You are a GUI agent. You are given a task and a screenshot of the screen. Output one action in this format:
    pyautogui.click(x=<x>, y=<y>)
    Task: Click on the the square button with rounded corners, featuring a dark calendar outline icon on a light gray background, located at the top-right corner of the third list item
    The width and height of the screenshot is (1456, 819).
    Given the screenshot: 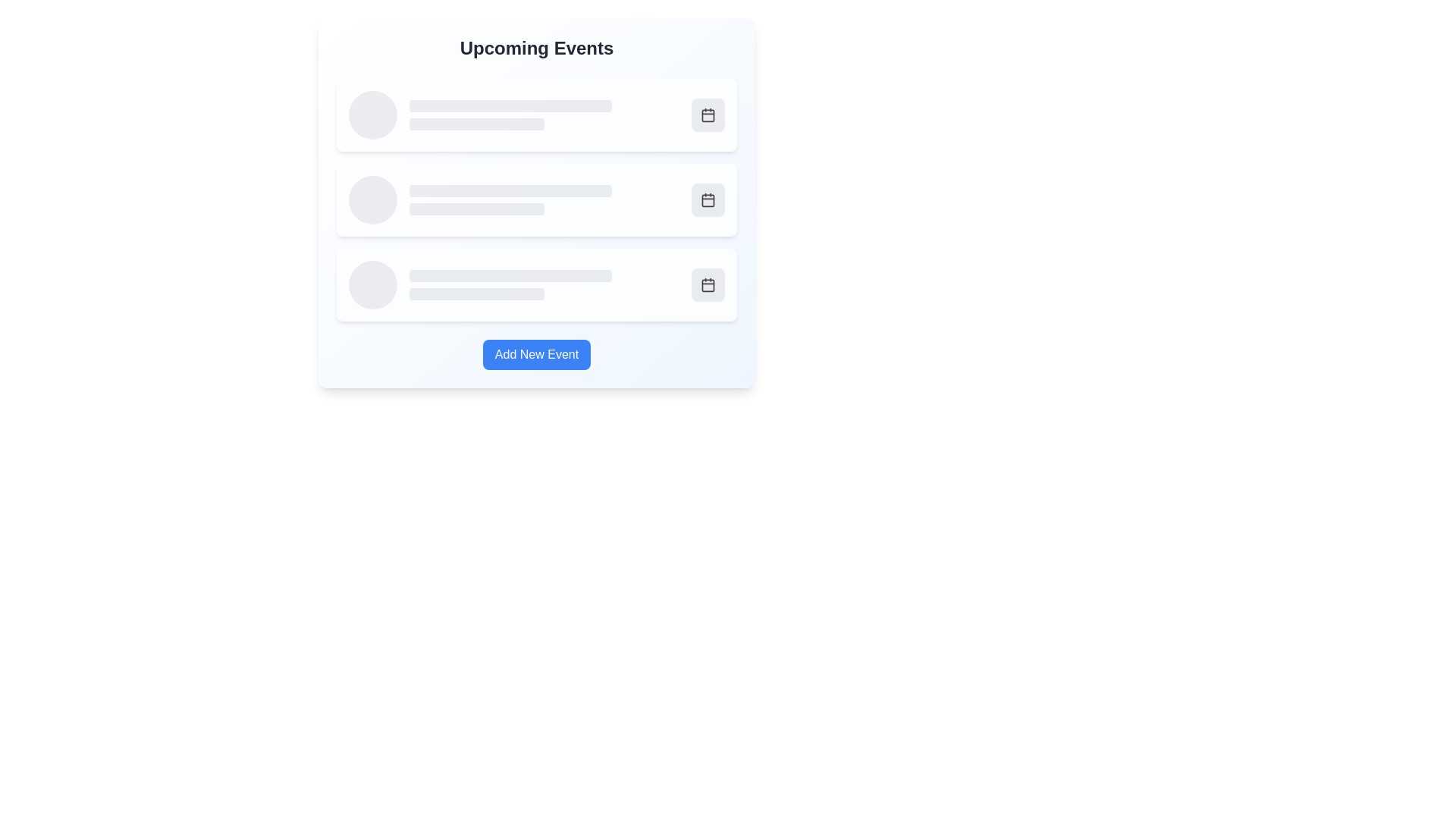 What is the action you would take?
    pyautogui.click(x=708, y=284)
    